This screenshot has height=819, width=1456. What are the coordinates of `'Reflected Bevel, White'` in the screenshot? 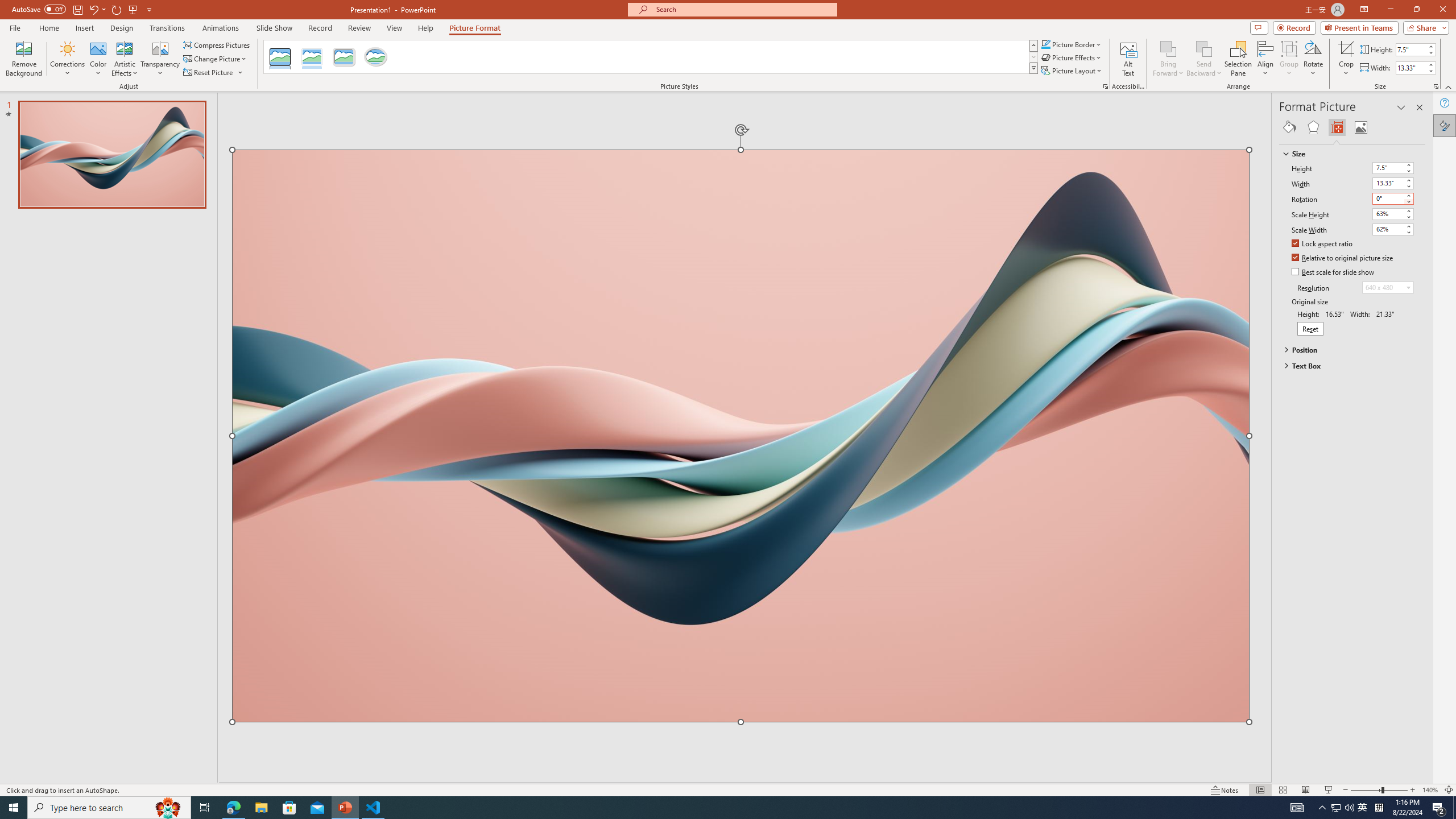 It's located at (312, 56).